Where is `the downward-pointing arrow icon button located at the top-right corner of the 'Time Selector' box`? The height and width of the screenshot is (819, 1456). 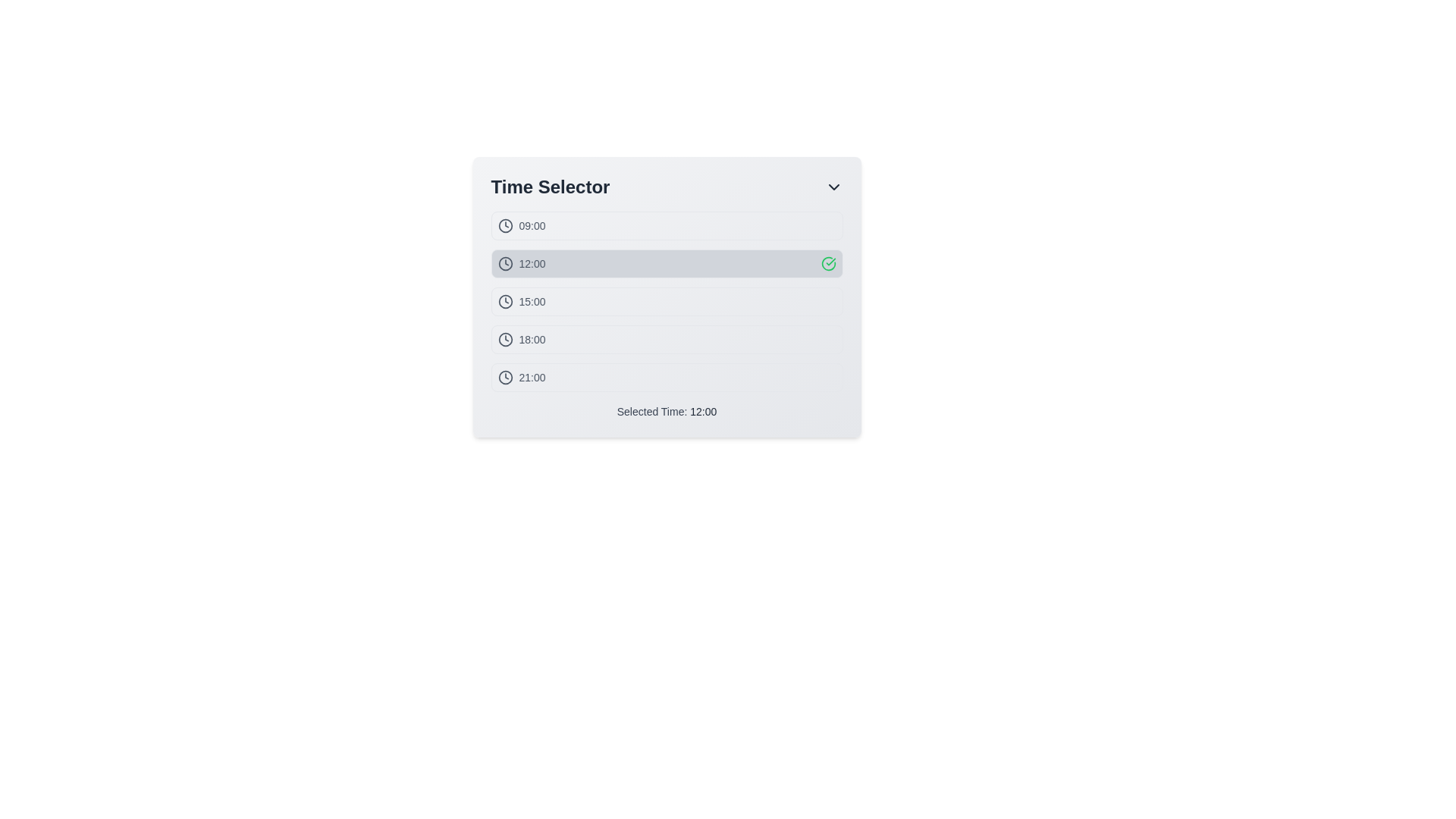 the downward-pointing arrow icon button located at the top-right corner of the 'Time Selector' box is located at coordinates (833, 186).